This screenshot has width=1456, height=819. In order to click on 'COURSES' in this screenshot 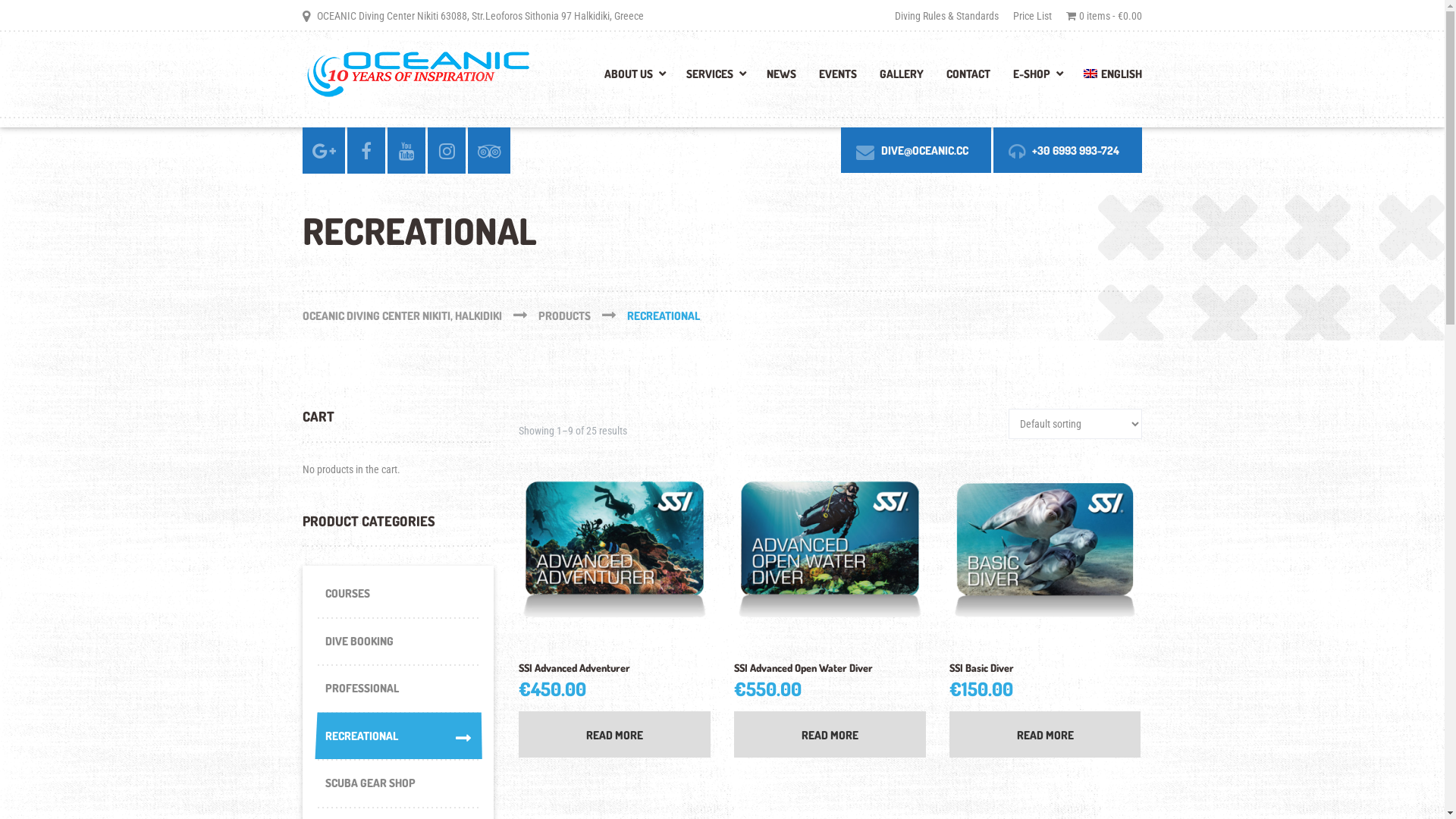, I will do `click(397, 593)`.